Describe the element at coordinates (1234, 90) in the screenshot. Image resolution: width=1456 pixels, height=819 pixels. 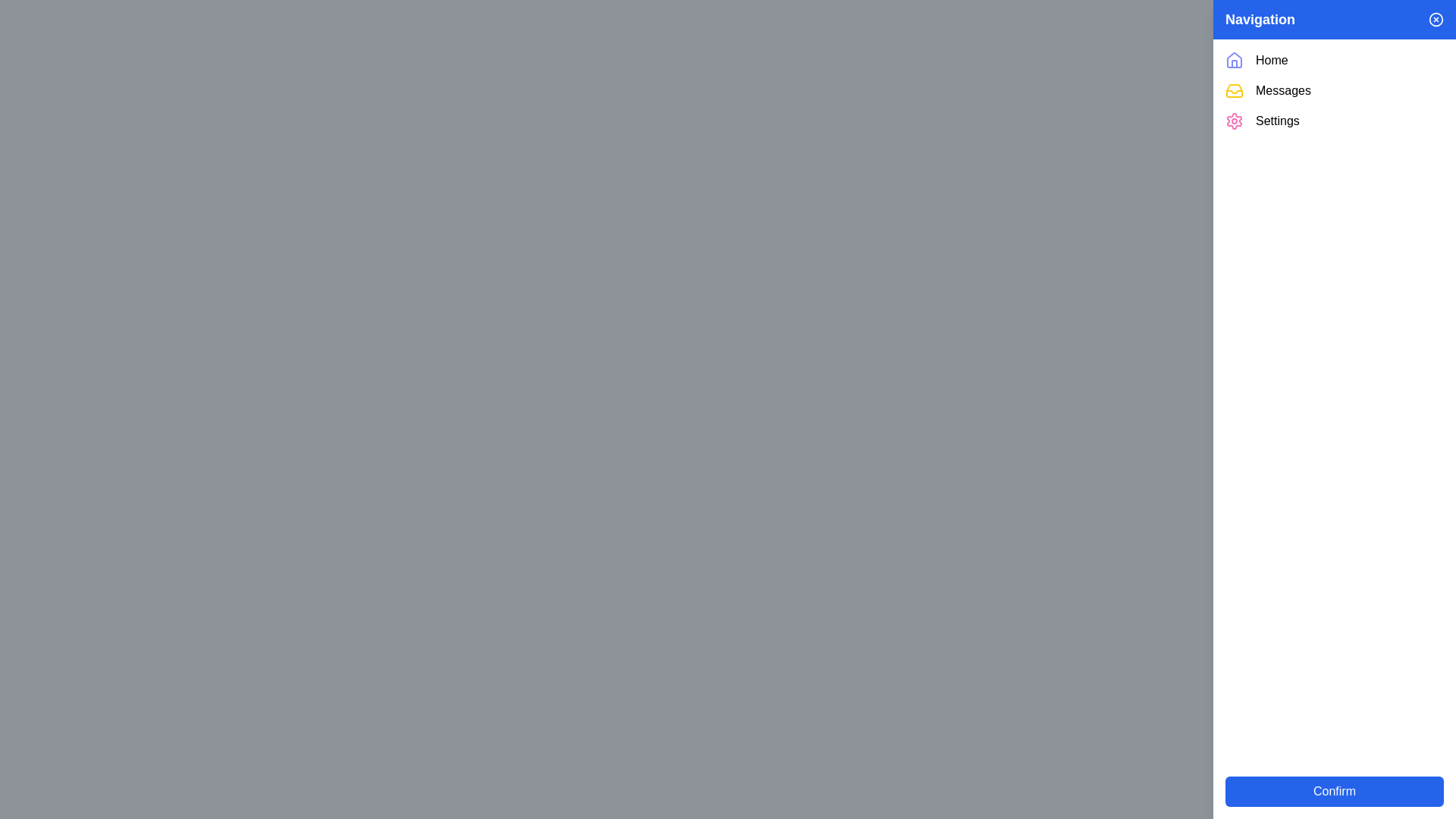
I see `the 'Messages' icon in the navigation menu, which is the second item below 'Home' and above 'Settings'` at that location.